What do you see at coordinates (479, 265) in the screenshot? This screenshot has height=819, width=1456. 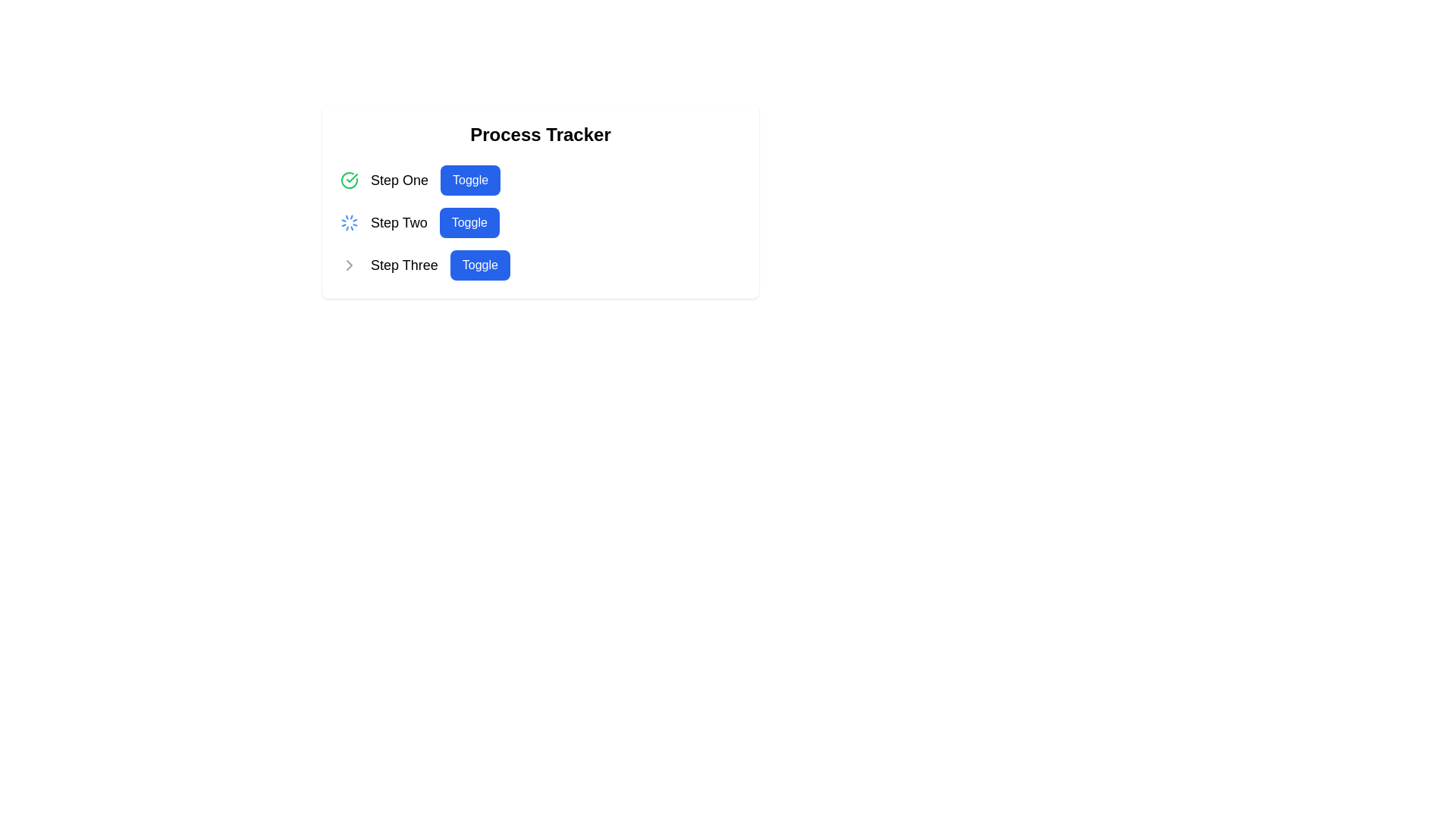 I see `the 'Step Three' toggle button located in the lower section of the 'Toggle' group to change its state` at bounding box center [479, 265].